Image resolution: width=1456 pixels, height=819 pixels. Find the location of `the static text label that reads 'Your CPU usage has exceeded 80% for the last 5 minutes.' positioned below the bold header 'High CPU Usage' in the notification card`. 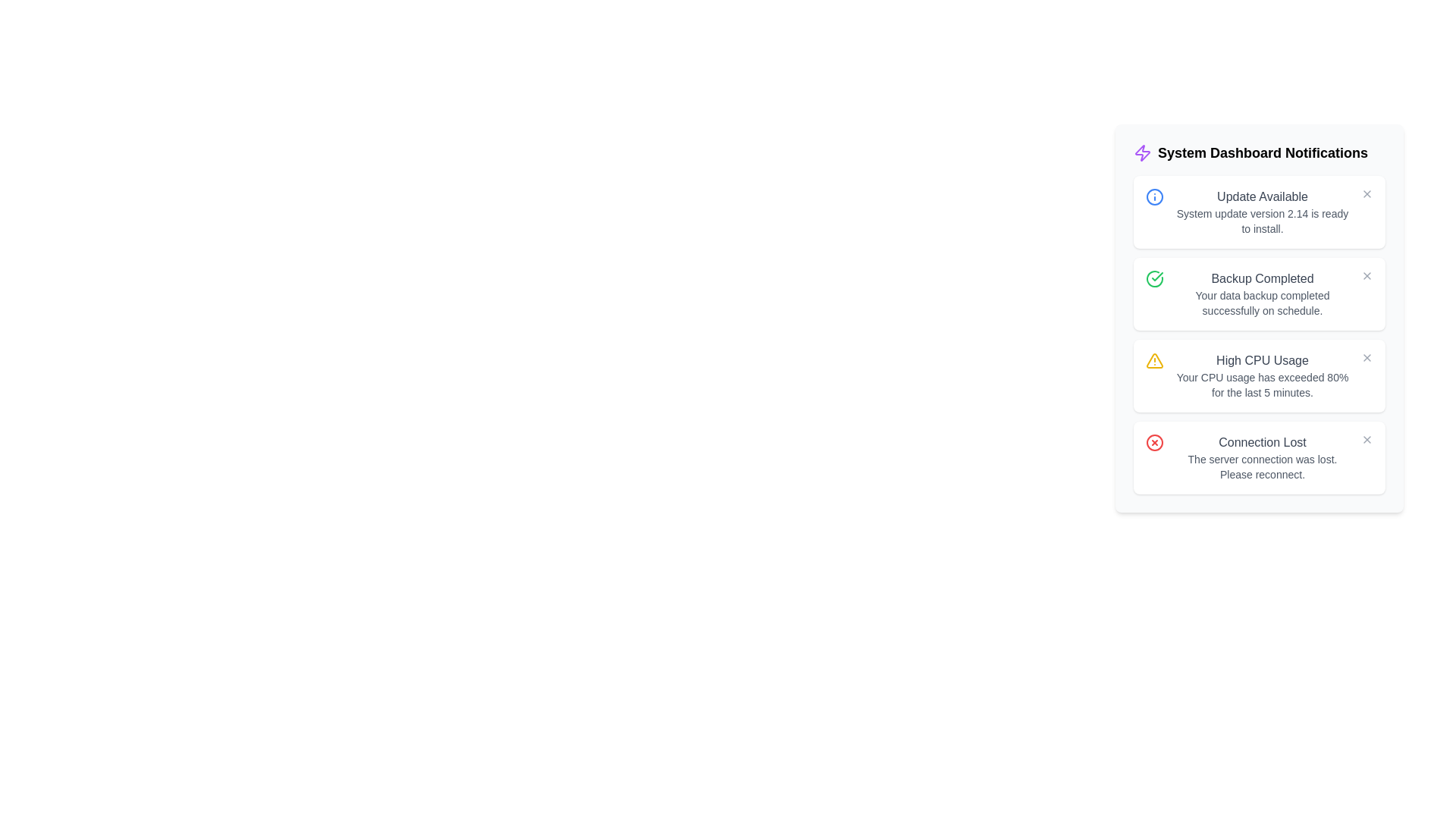

the static text label that reads 'Your CPU usage has exceeded 80% for the last 5 minutes.' positioned below the bold header 'High CPU Usage' in the notification card is located at coordinates (1263, 384).